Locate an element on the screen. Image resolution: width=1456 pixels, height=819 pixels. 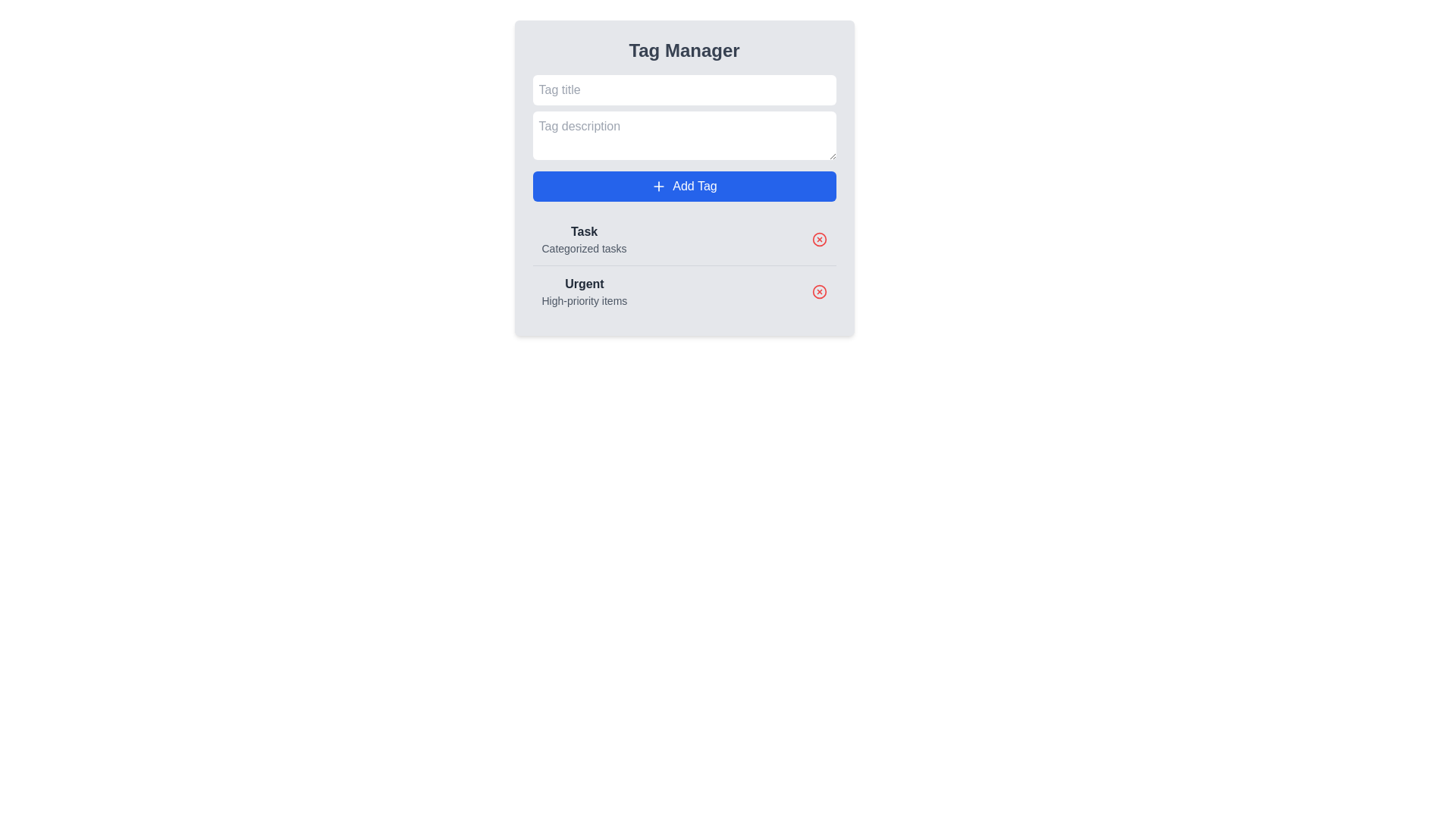
the delete or cancel button icon located on the right side of the 'Task' label to possibly display additional information or a tooltip is located at coordinates (818, 239).